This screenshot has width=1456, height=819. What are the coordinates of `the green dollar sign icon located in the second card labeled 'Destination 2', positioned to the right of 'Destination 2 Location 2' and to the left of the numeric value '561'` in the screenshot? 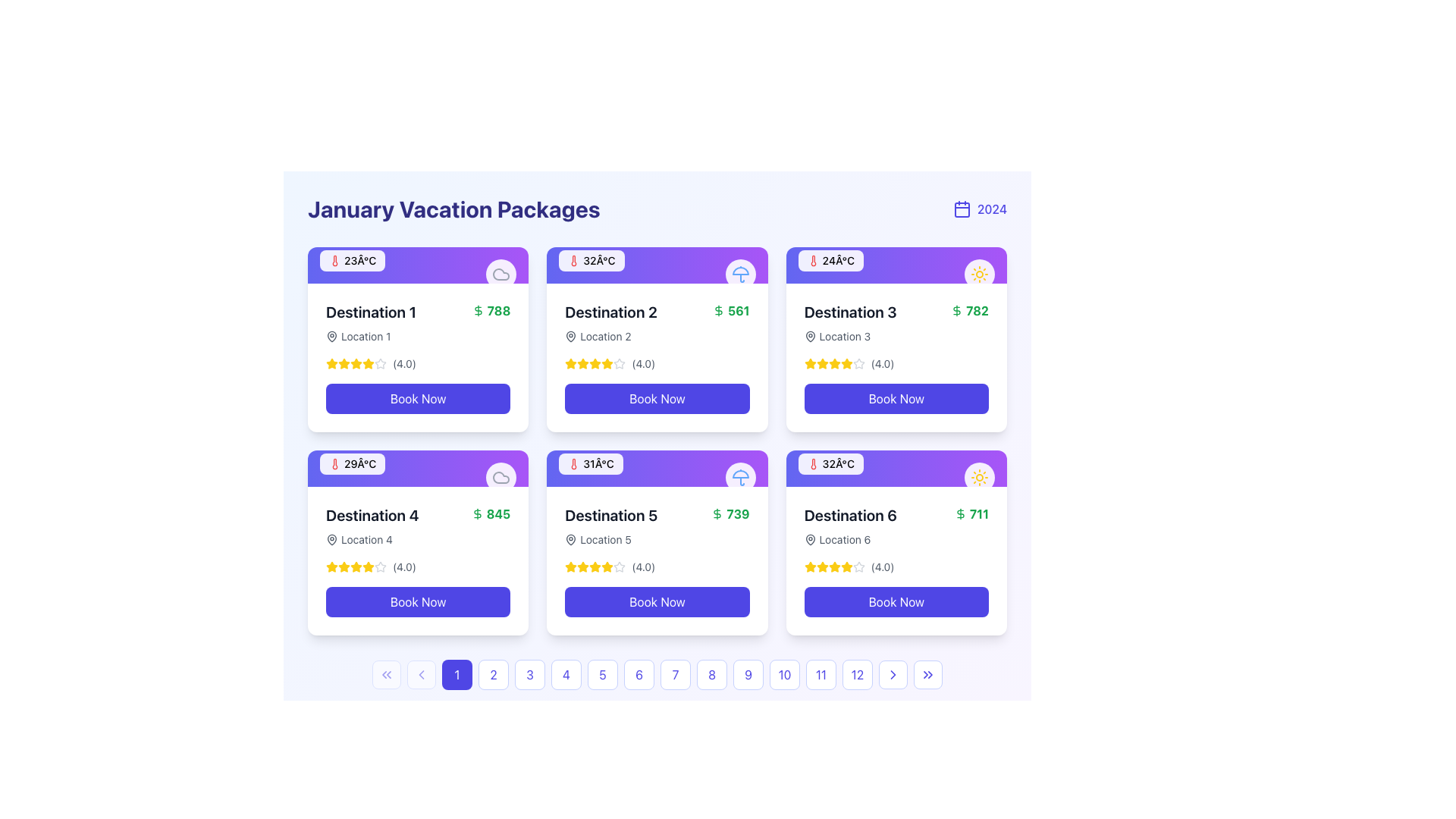 It's located at (717, 309).